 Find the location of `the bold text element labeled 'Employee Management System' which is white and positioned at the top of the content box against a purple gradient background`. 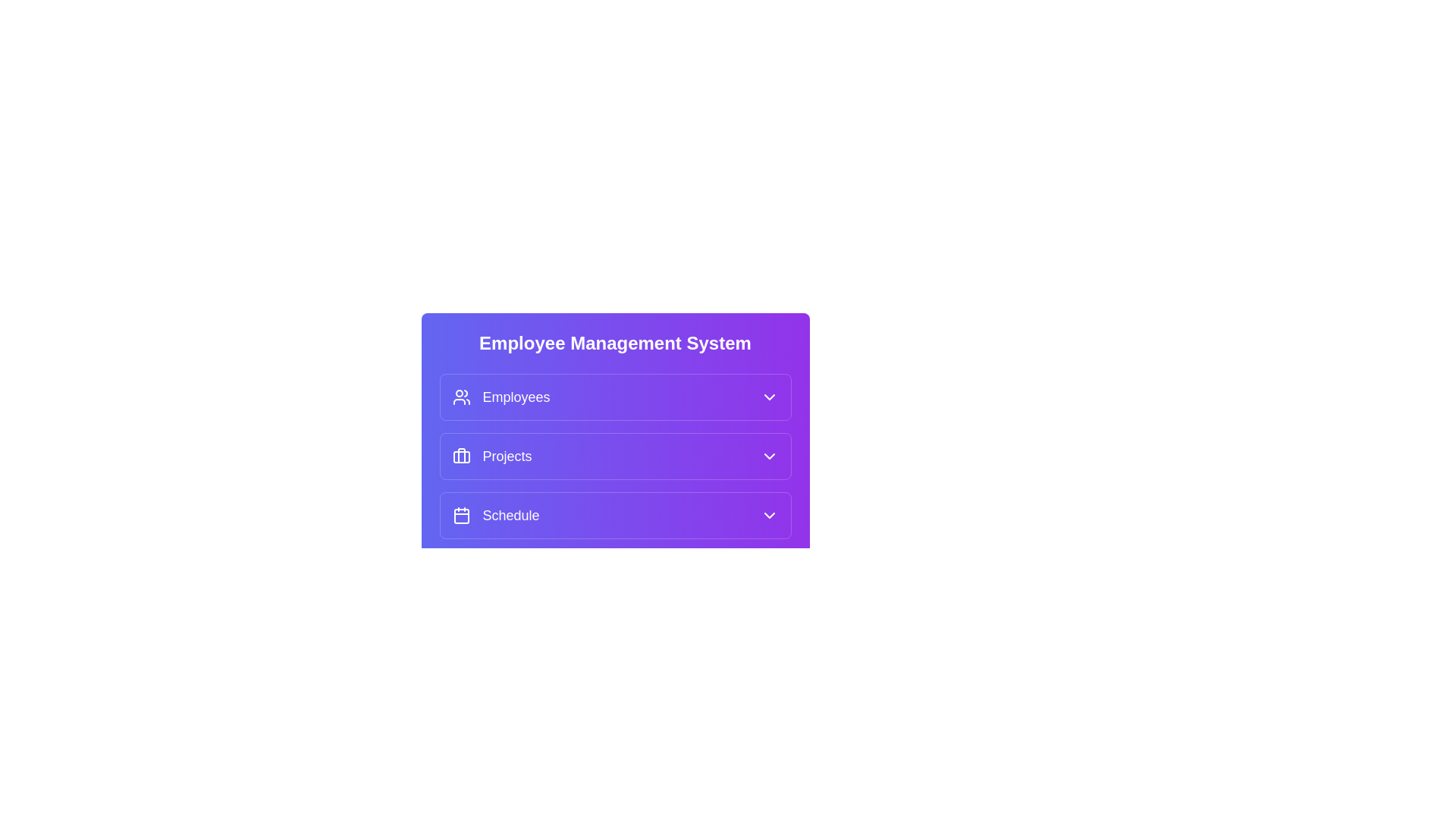

the bold text element labeled 'Employee Management System' which is white and positioned at the top of the content box against a purple gradient background is located at coordinates (615, 343).